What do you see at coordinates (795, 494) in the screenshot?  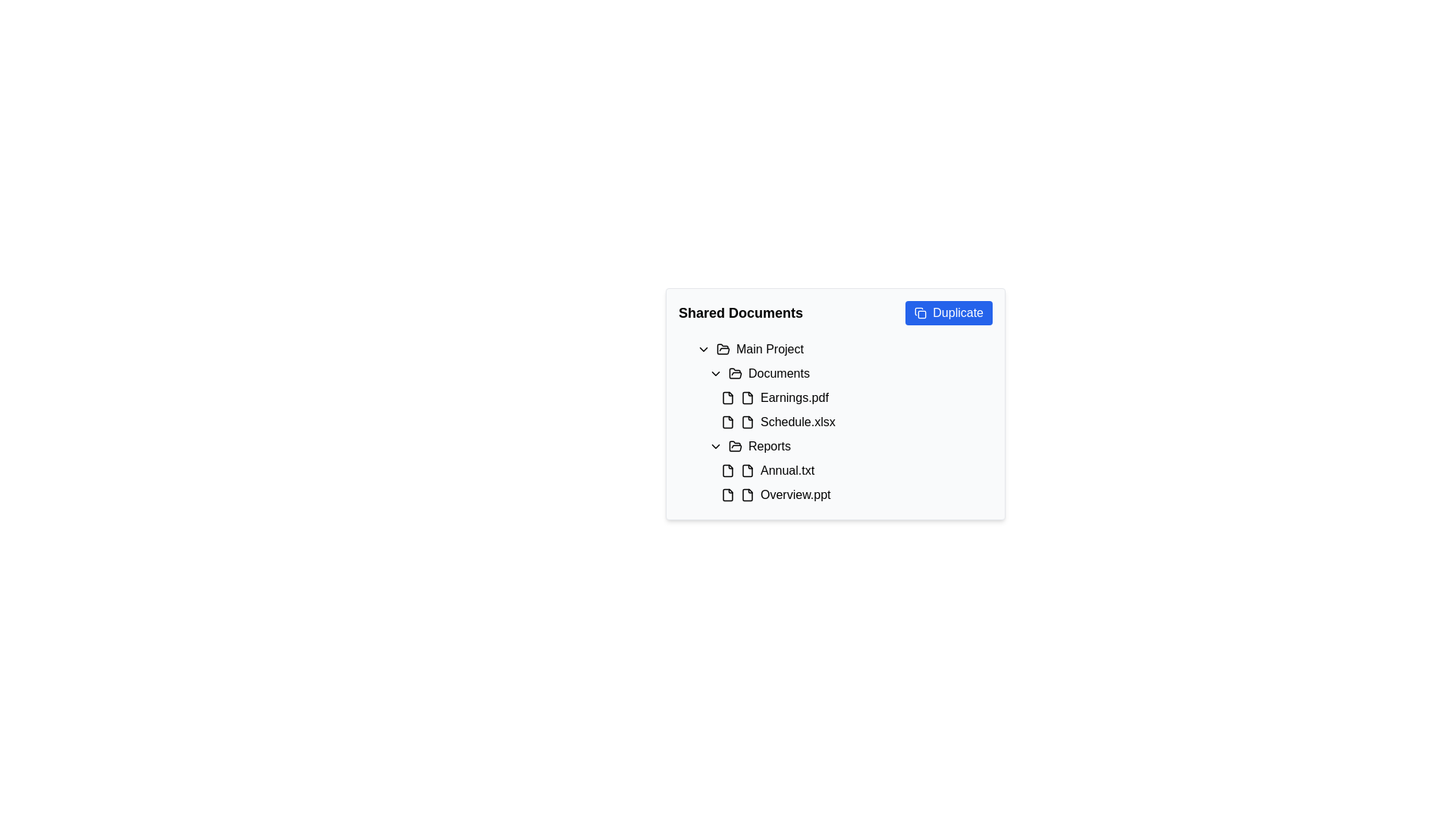 I see `the text label titled 'Overview.ppt' in the file list under the 'Reports' folder` at bounding box center [795, 494].